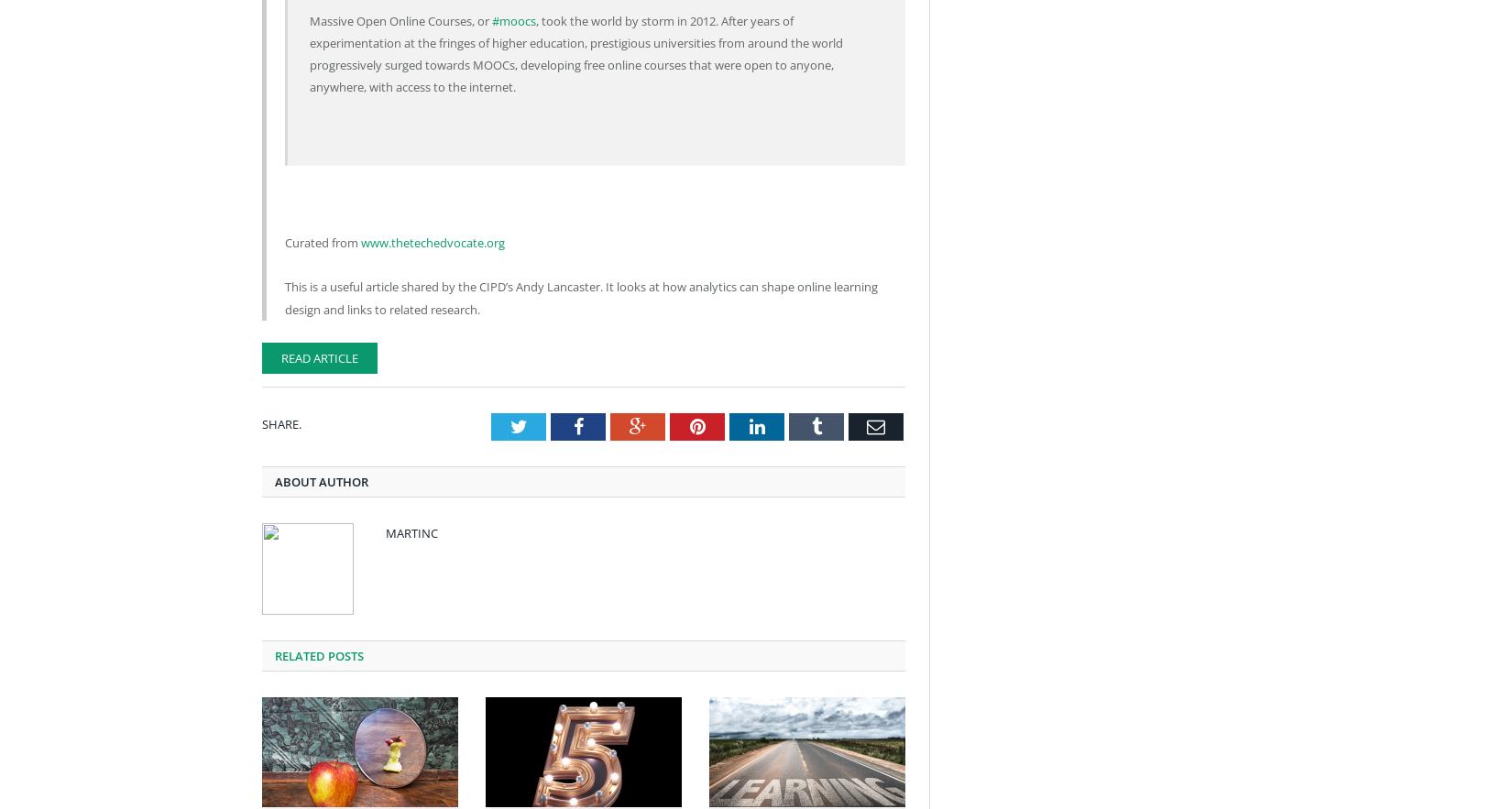 This screenshot has width=1512, height=809. Describe the element at coordinates (575, 52) in the screenshot. I see `', took the world by storm in 2012. After years of experimentation at the fringes of higher education, prestigious universities from around the world progressively surged towards MOOCs, developing free online courses that were open to anyone, anywhere, with access to the internet.'` at that location.